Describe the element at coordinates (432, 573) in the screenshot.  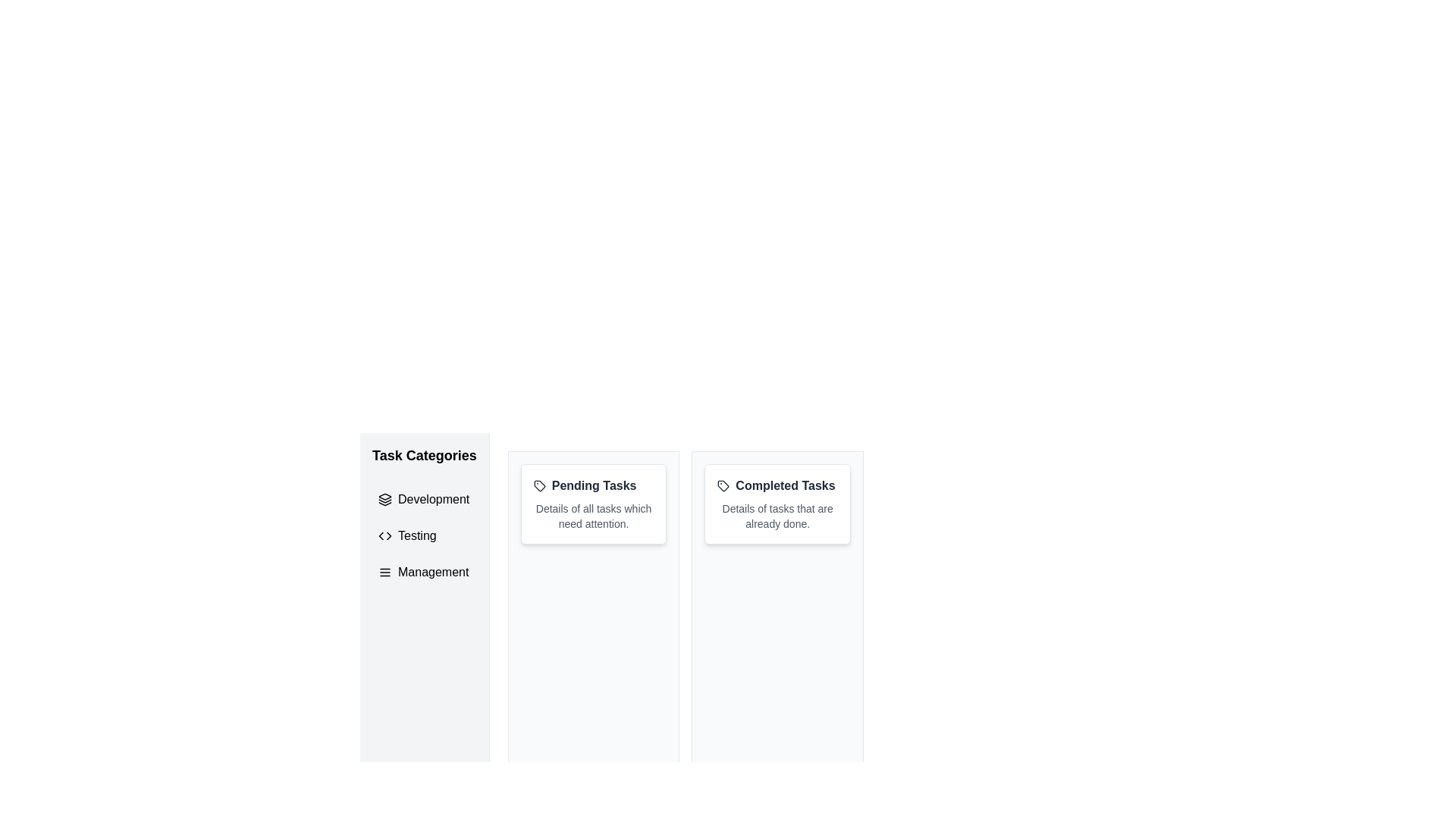
I see `the 'Management' text label` at that location.